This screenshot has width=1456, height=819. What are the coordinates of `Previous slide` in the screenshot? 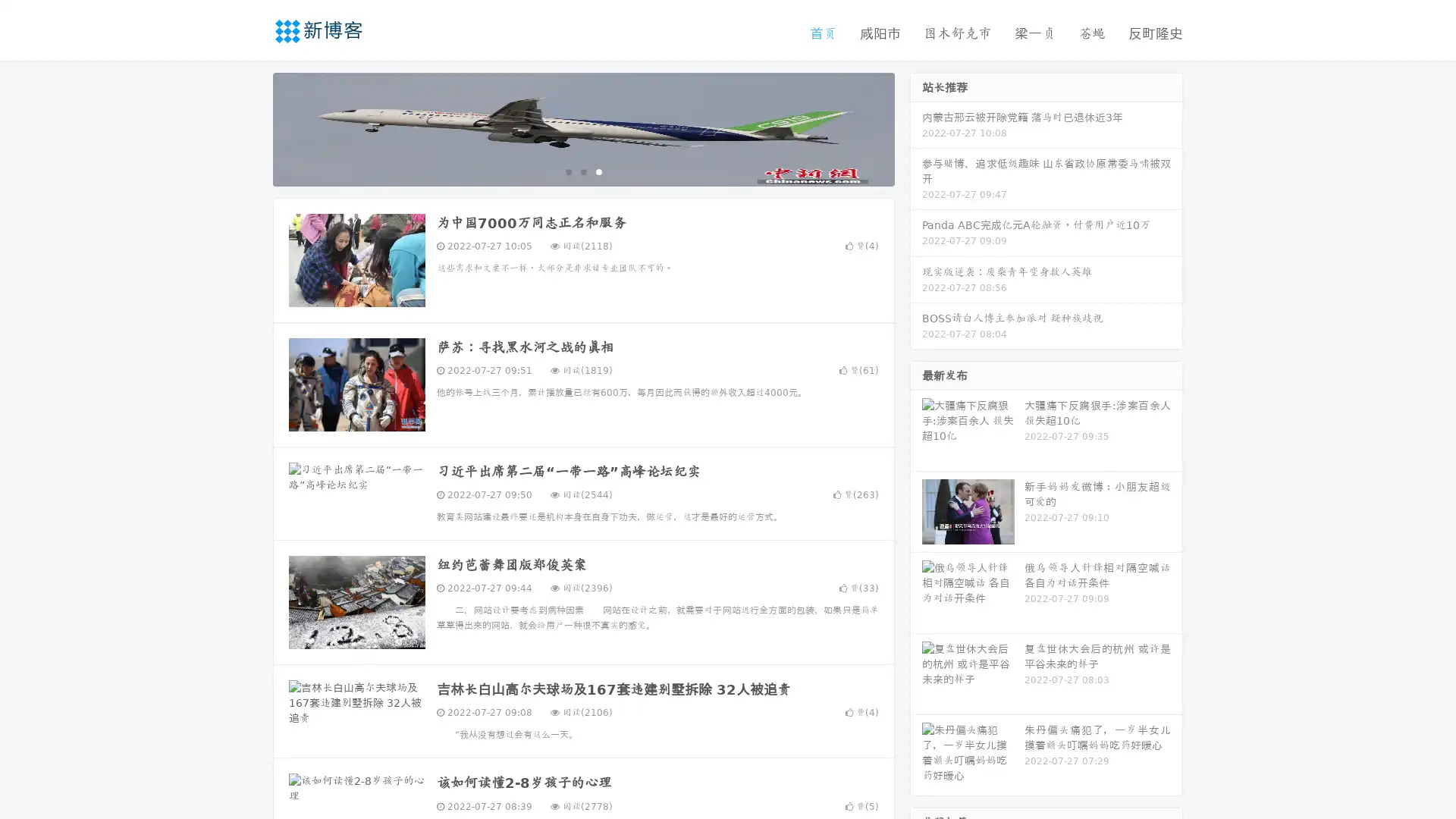 It's located at (250, 127).